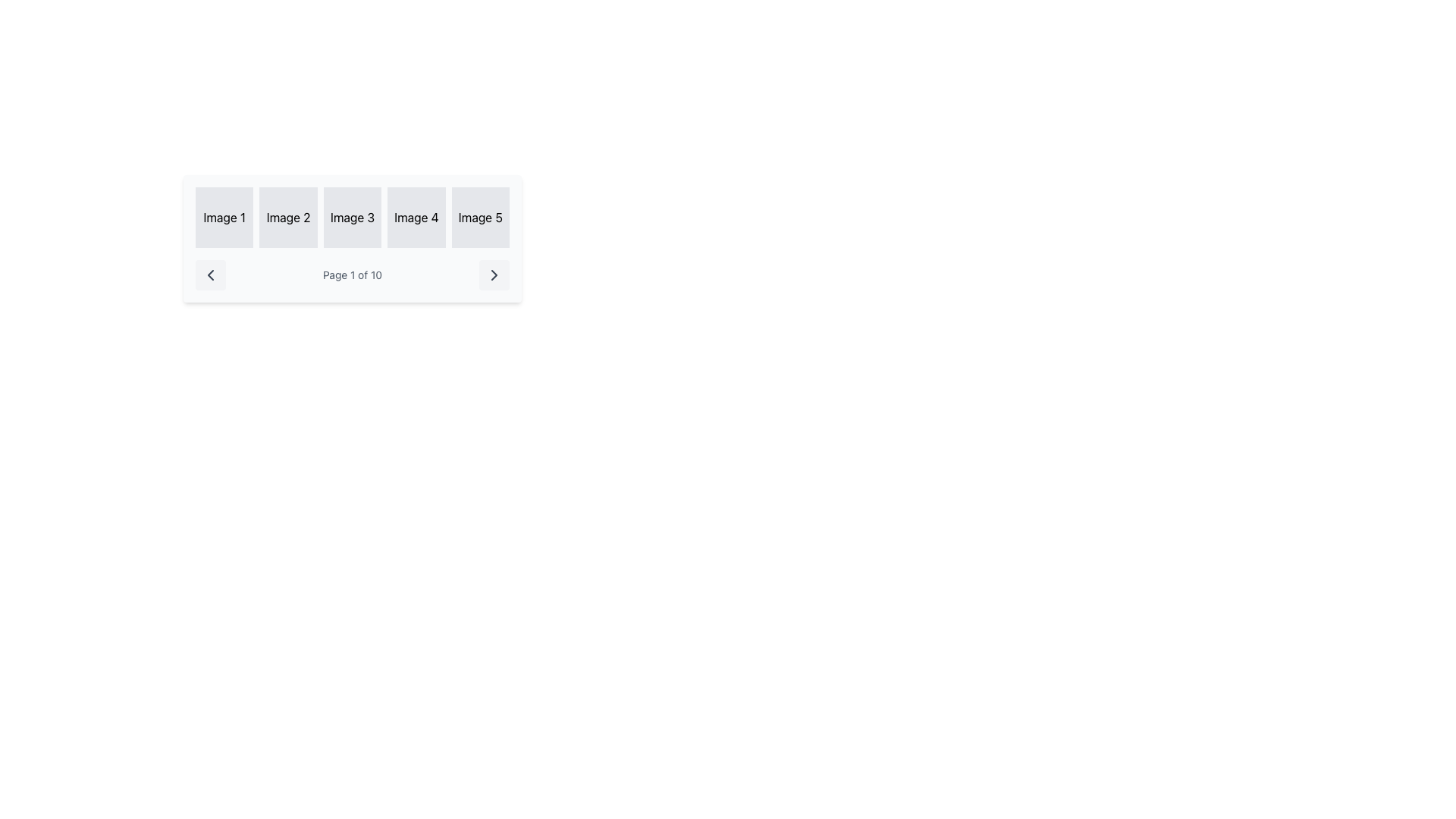 This screenshot has height=819, width=1456. I want to click on the first image placeholder labeled 'Image 1' in the top-left corner of the grid, so click(224, 217).